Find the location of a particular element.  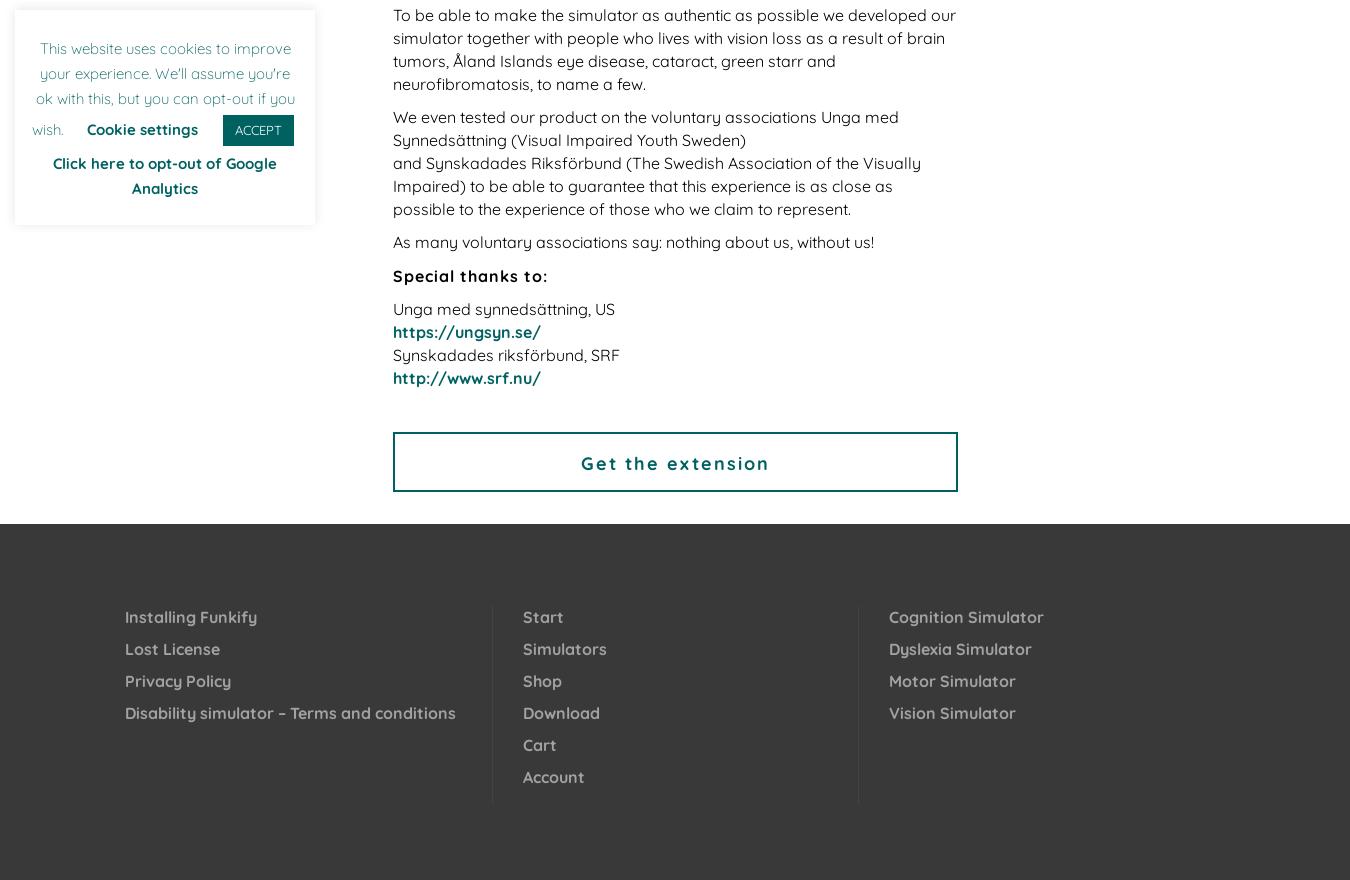

'We even tested our product on the voluntary associations Unga med Synnedsättning (Visual Impaired Youth Sweden) and Synskadades Riksförbund (The Swedish Association of the Visually Impaired) to be able to guarantee that this experience is as close as possible to the experience of those who we claim to represent.' is located at coordinates (655, 161).